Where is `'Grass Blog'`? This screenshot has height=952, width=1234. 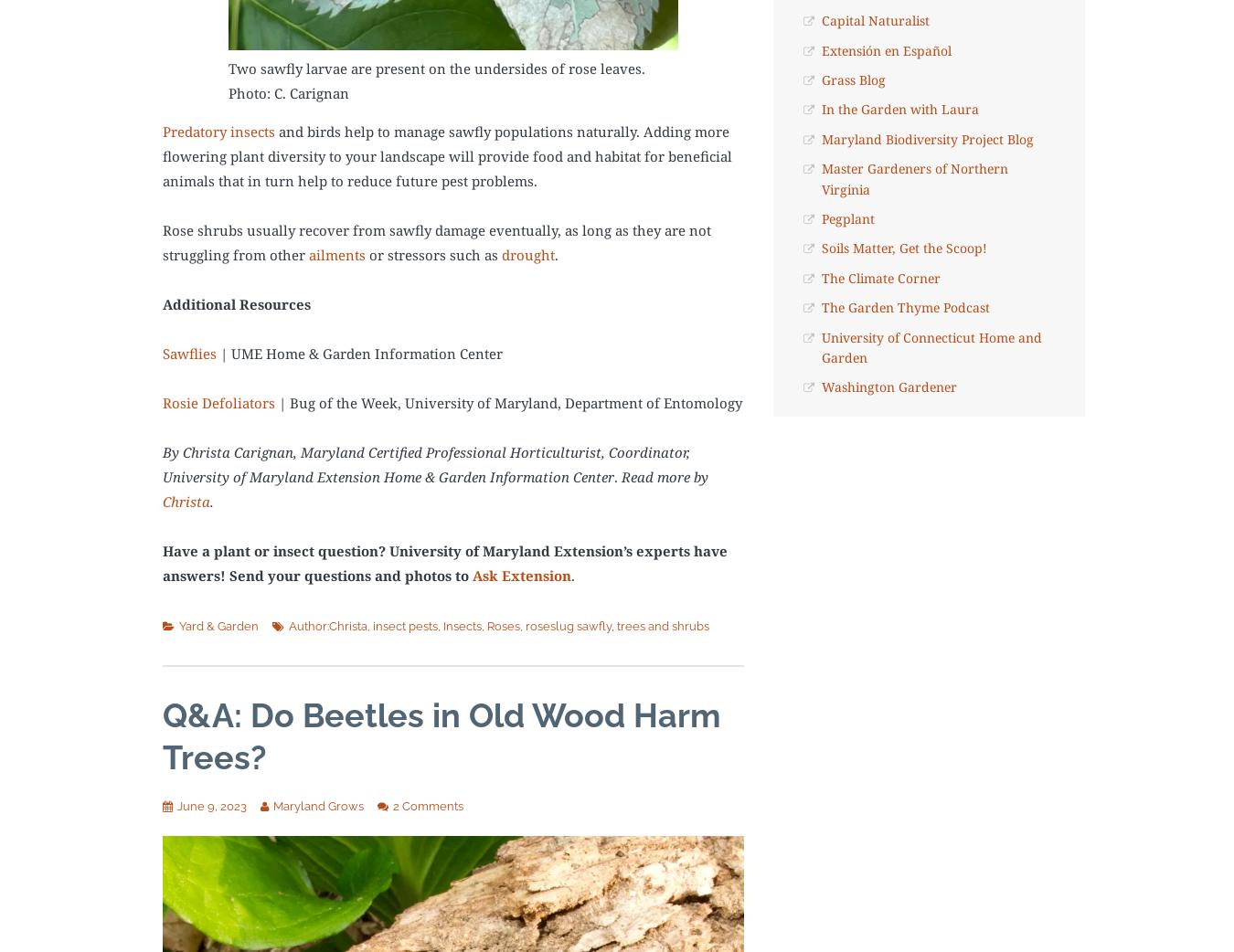
'Grass Blog' is located at coordinates (851, 79).